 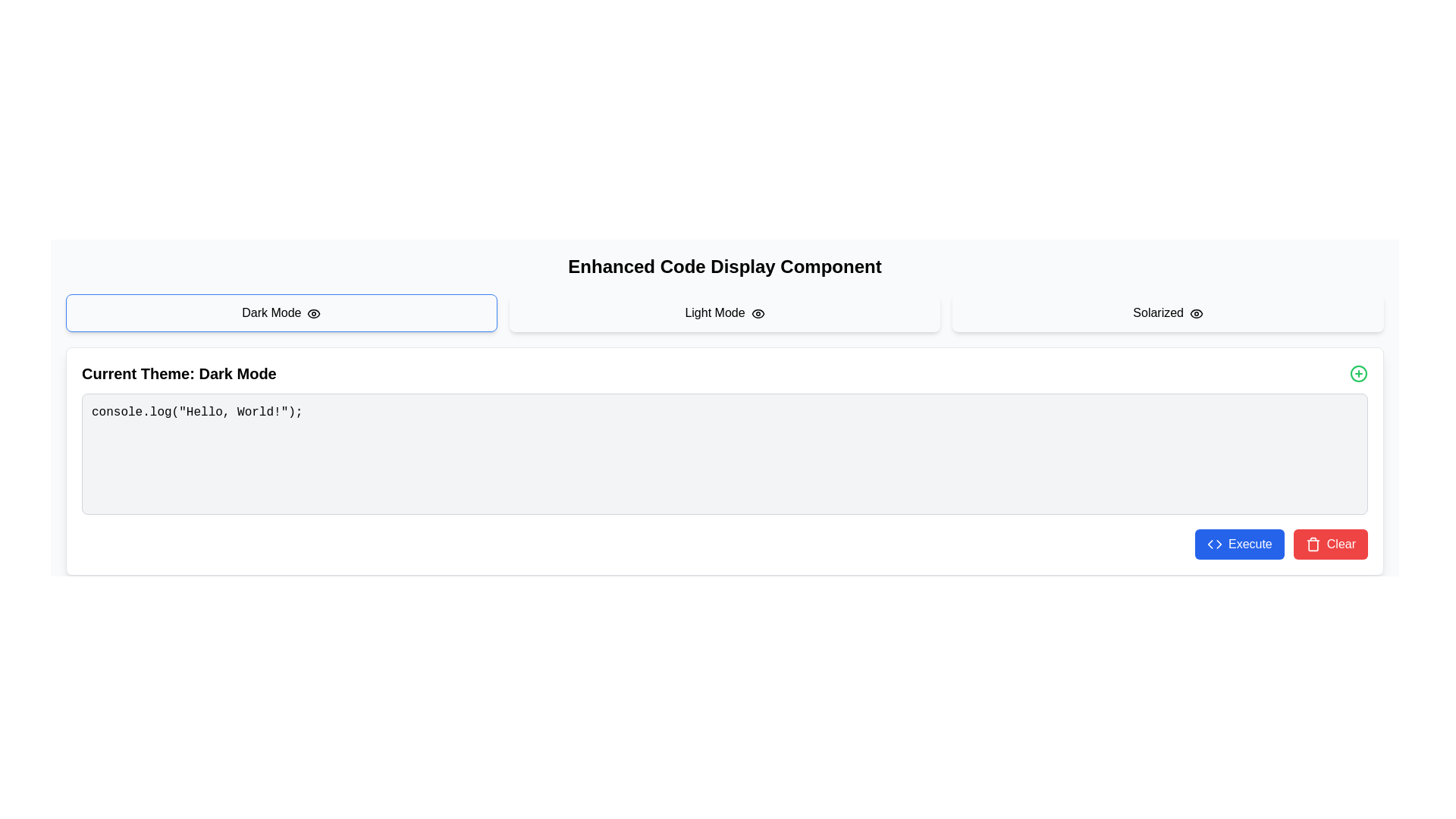 I want to click on the 'Dark Mode' button, which is a rectangular button with a light background, blue border, and an eye icon next to the text. It is located in the first column of a three-column layout, positioned to the left of 'Light Mode' and 'Solarized', so click(x=281, y=312).